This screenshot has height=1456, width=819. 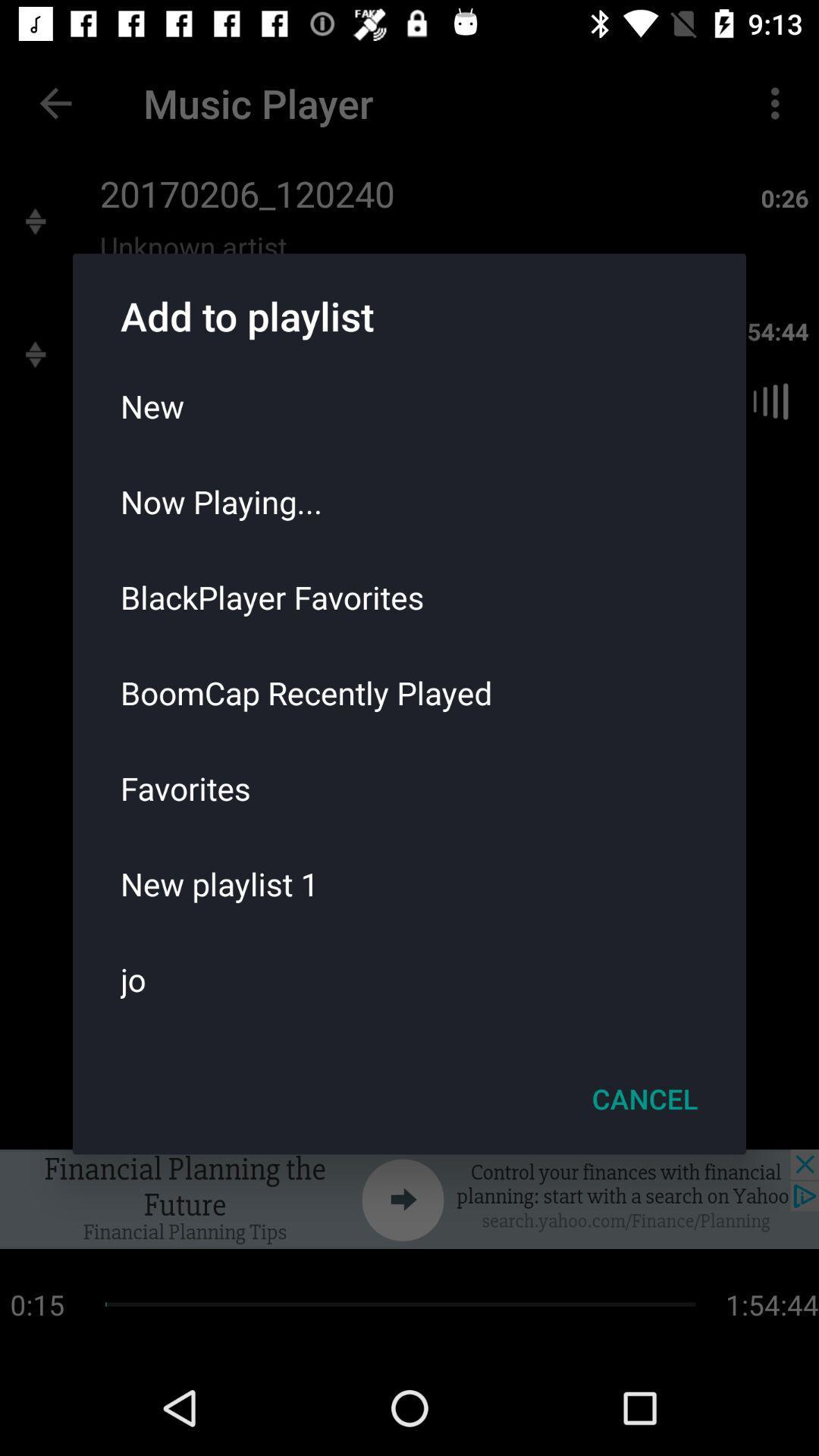 What do you see at coordinates (409, 979) in the screenshot?
I see `the jo at the bottom` at bounding box center [409, 979].